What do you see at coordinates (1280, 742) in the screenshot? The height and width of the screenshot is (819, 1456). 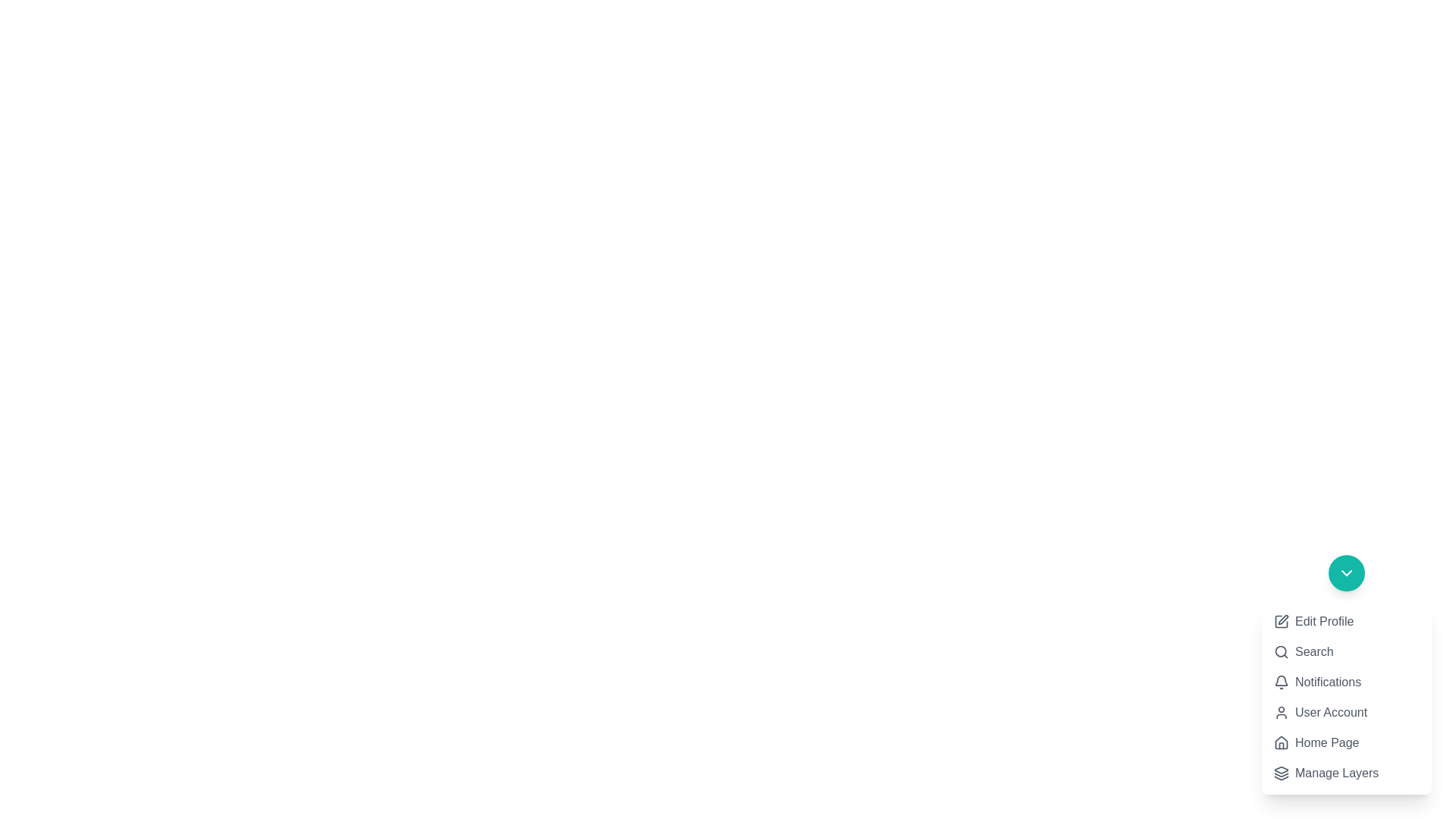 I see `the house icon in the dropdown menu` at bounding box center [1280, 742].